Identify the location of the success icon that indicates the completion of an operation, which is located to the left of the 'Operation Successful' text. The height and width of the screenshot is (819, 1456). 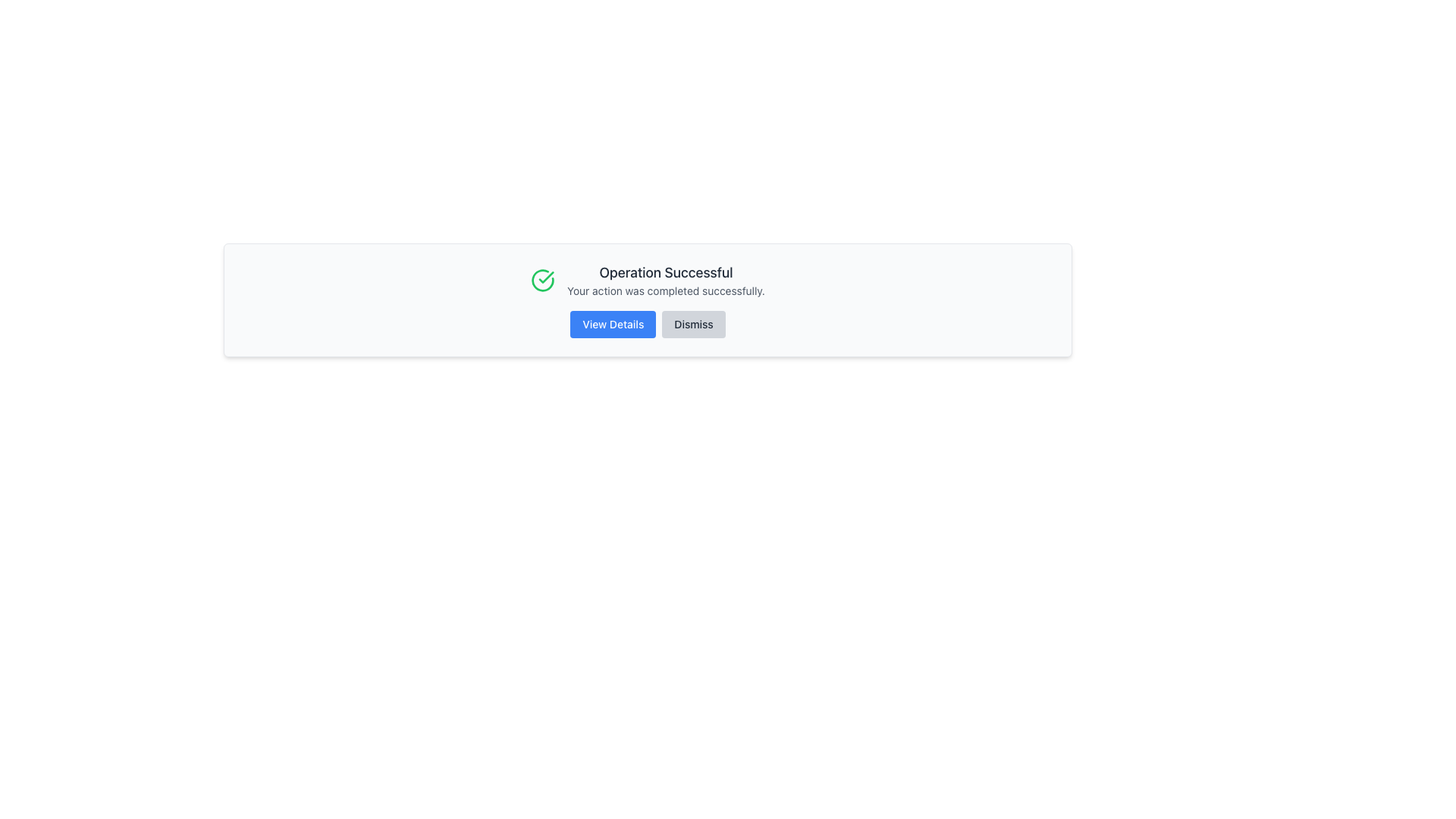
(543, 281).